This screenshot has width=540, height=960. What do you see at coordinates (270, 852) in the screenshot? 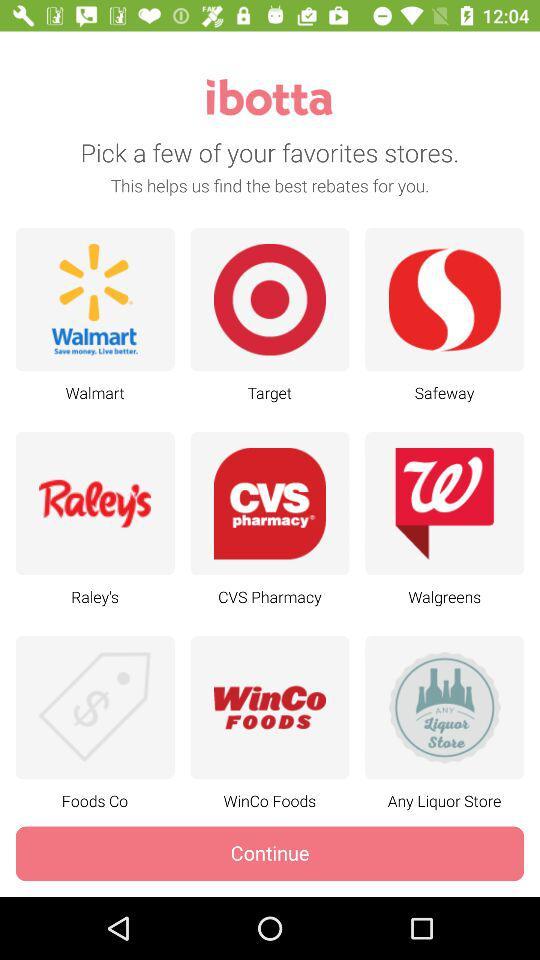
I see `continue icon` at bounding box center [270, 852].